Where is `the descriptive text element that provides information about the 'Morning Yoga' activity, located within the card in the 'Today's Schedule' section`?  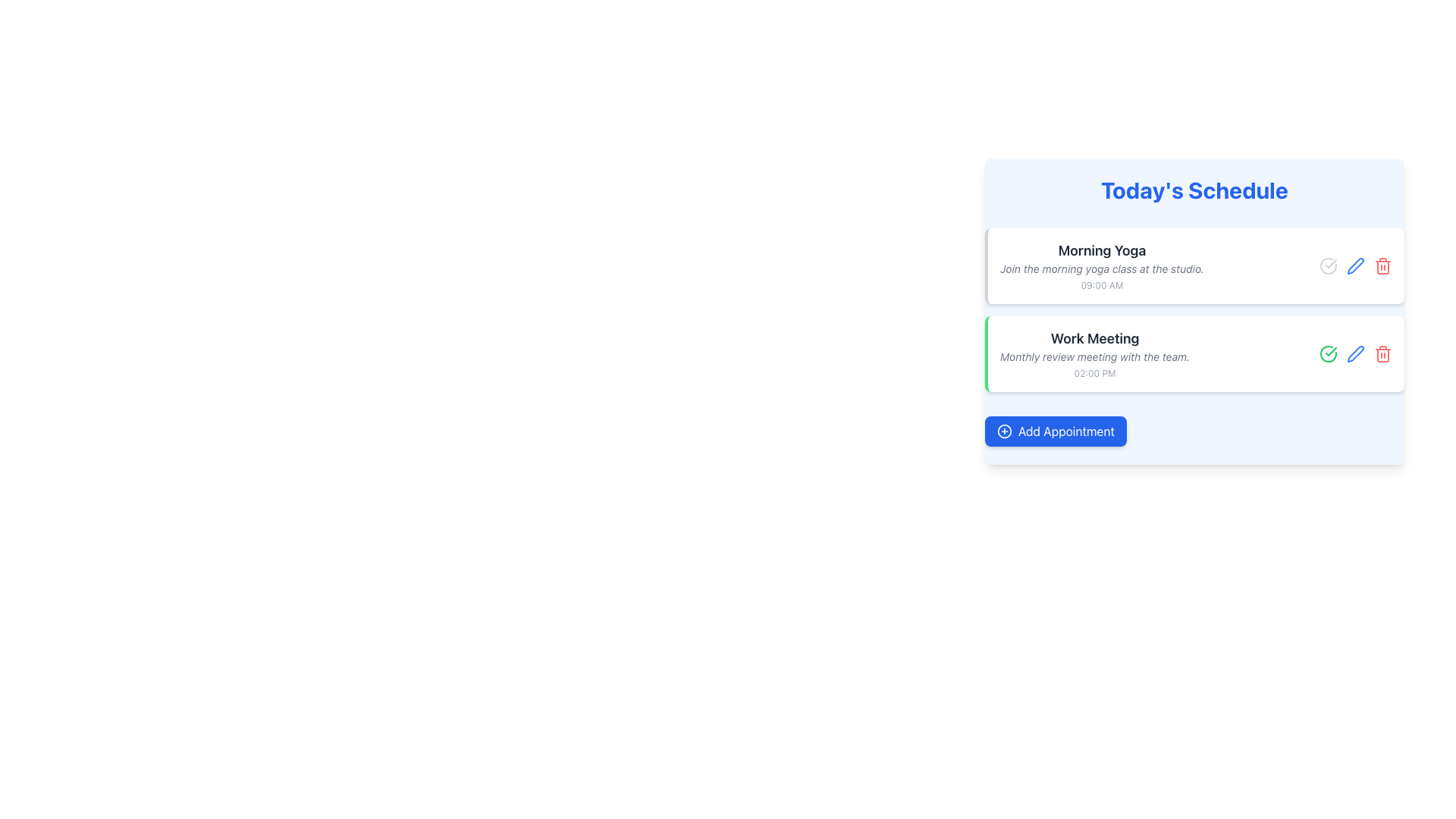
the descriptive text element that provides information about the 'Morning Yoga' activity, located within the card in the 'Today's Schedule' section is located at coordinates (1102, 268).